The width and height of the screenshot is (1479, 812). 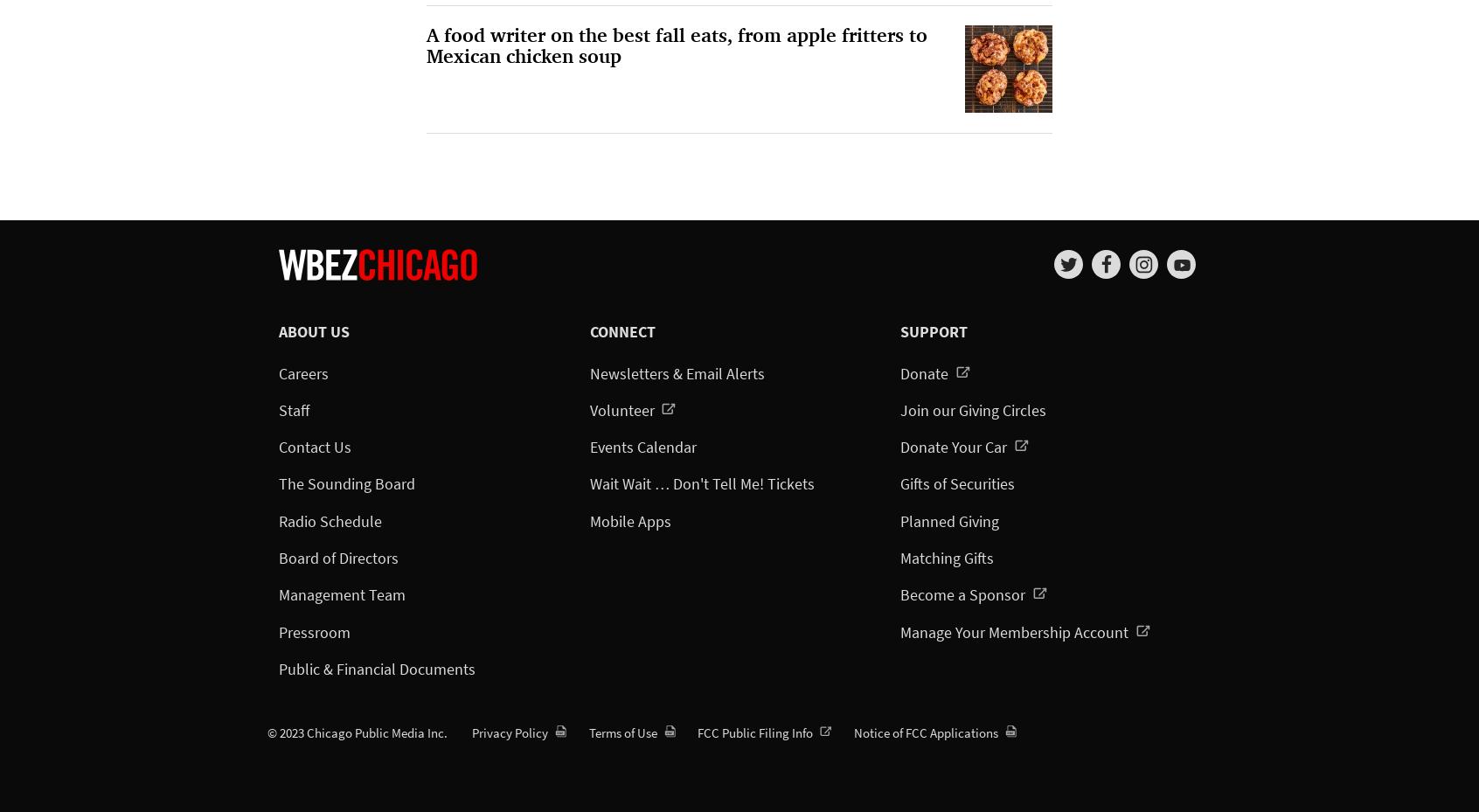 I want to click on 'Donate Your Car', so click(x=955, y=447).